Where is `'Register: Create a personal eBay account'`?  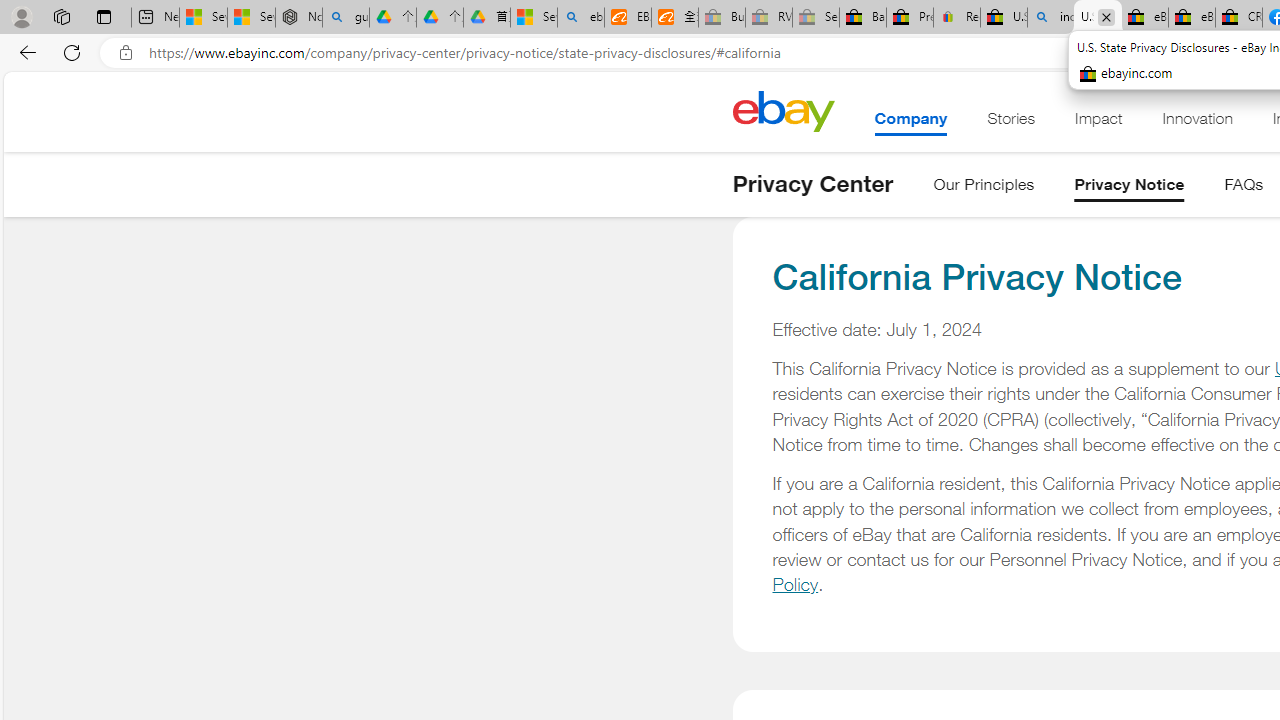 'Register: Create a personal eBay account' is located at coordinates (956, 17).